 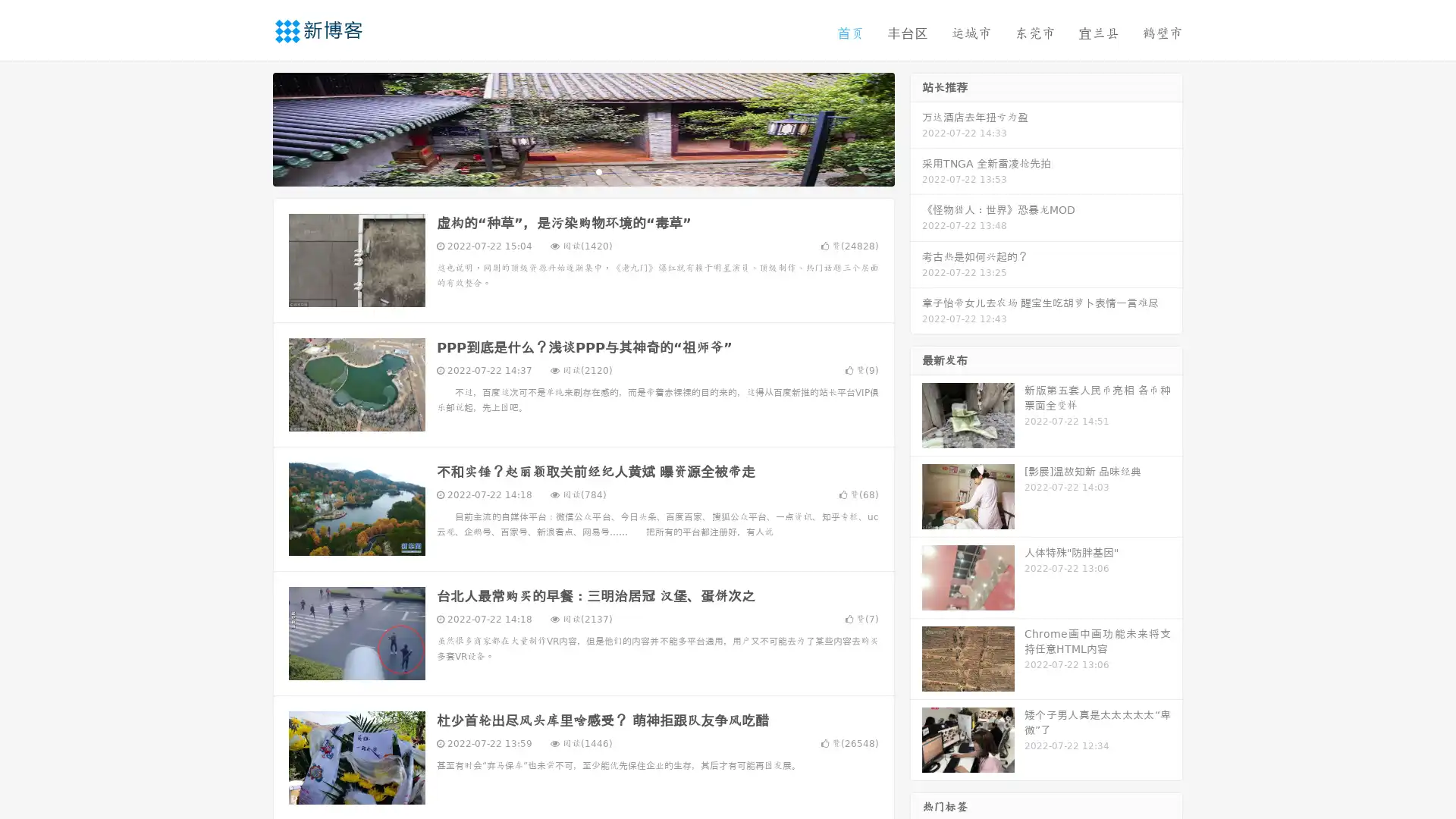 I want to click on Previous slide, so click(x=250, y=127).